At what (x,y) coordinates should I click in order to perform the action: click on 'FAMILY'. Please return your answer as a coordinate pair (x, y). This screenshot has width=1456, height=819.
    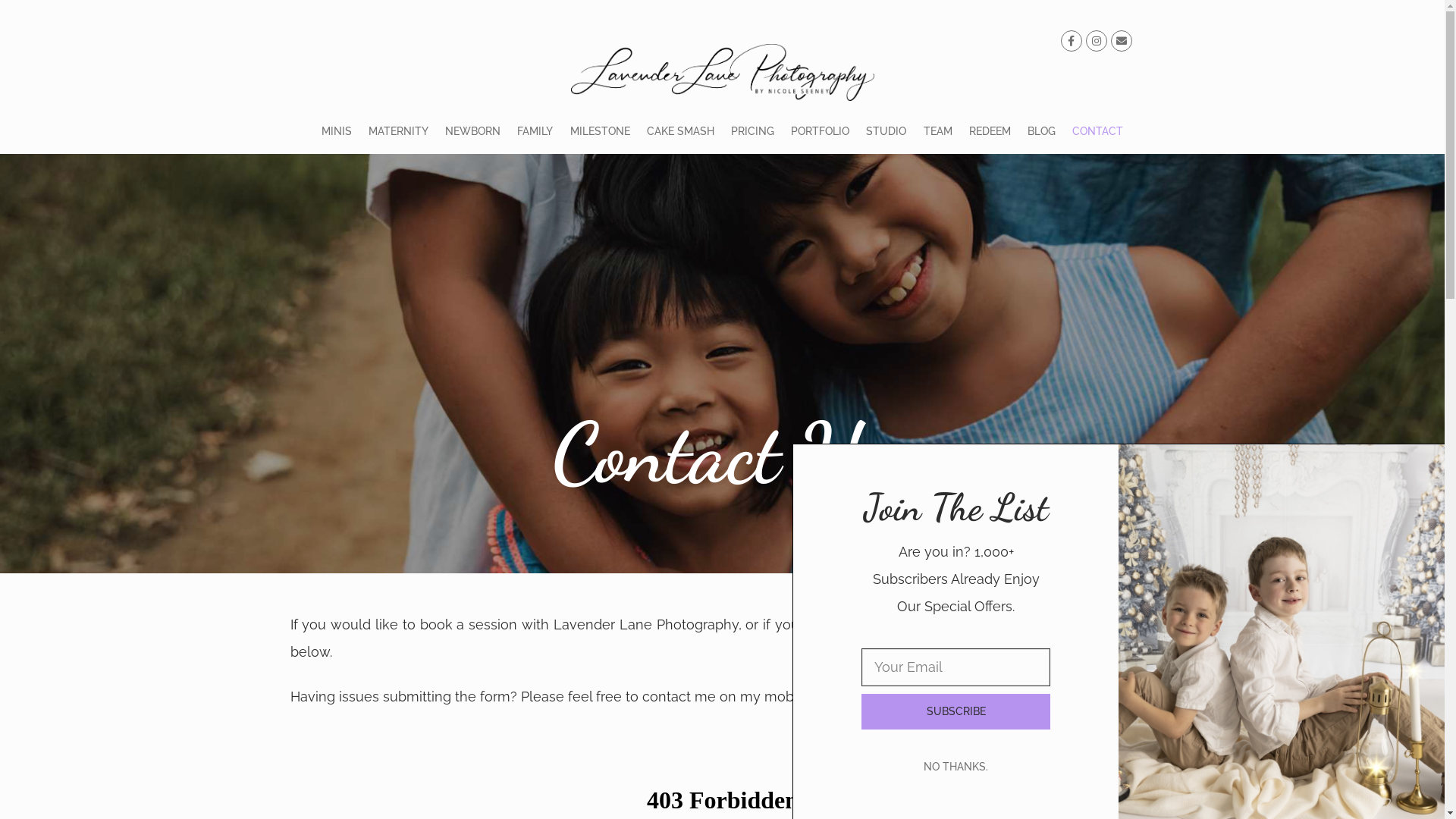
    Looking at the image, I should click on (509, 130).